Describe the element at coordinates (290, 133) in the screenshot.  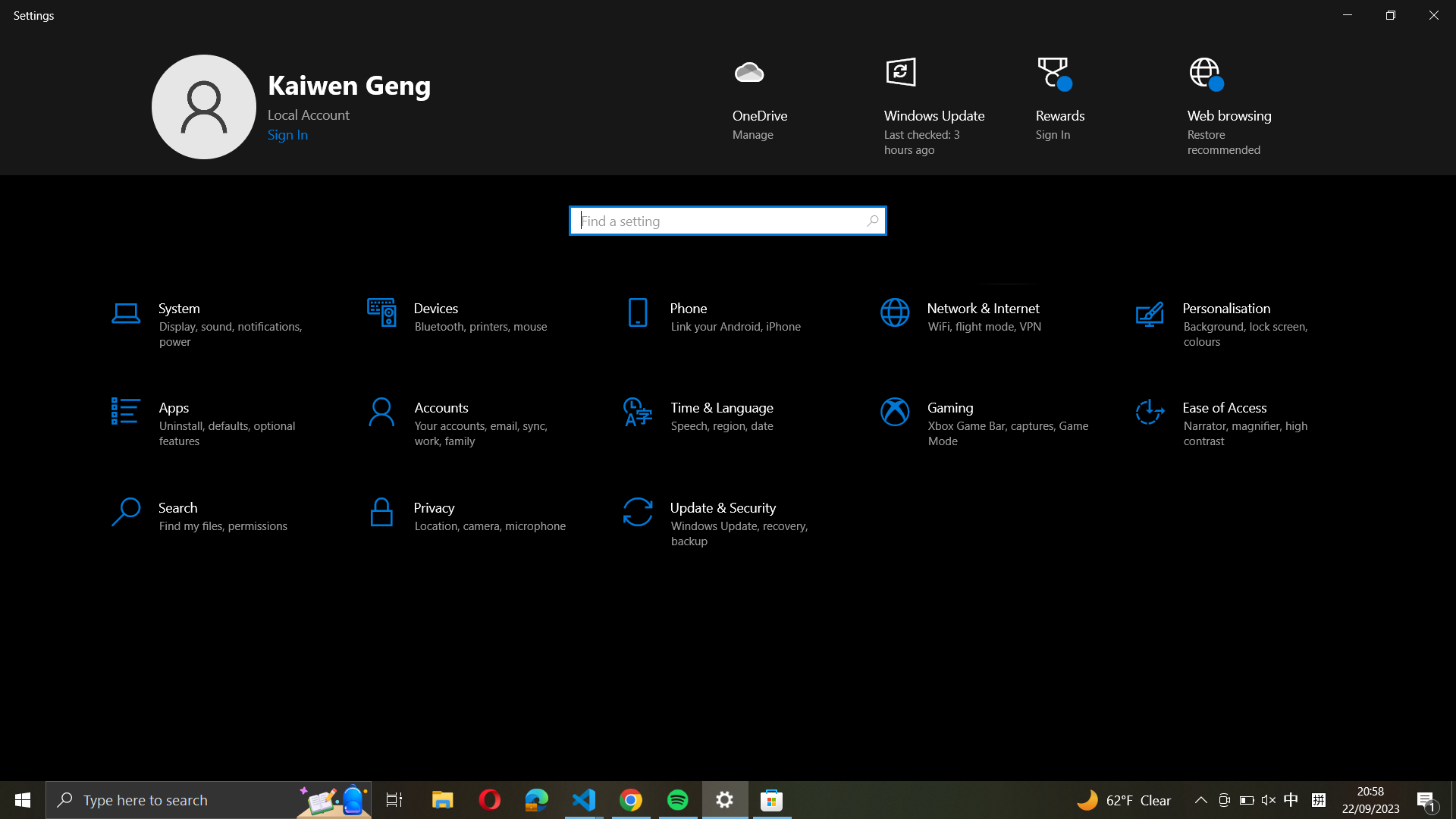
I see `the "sign in" option to authenticate your windows using your Microsoft credentials` at that location.